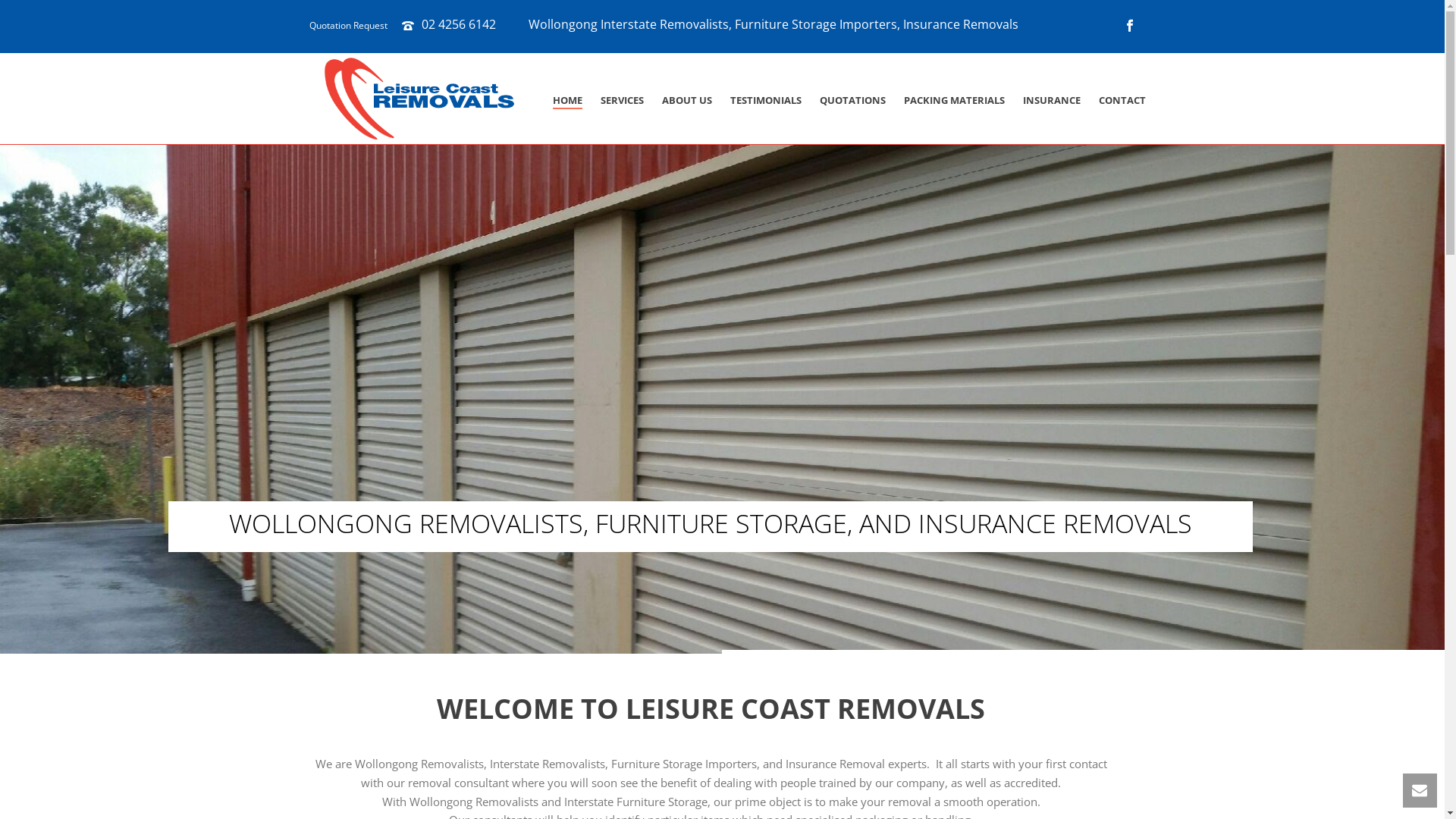 This screenshot has height=819, width=1456. I want to click on 'QUOTATIONS', so click(809, 99).